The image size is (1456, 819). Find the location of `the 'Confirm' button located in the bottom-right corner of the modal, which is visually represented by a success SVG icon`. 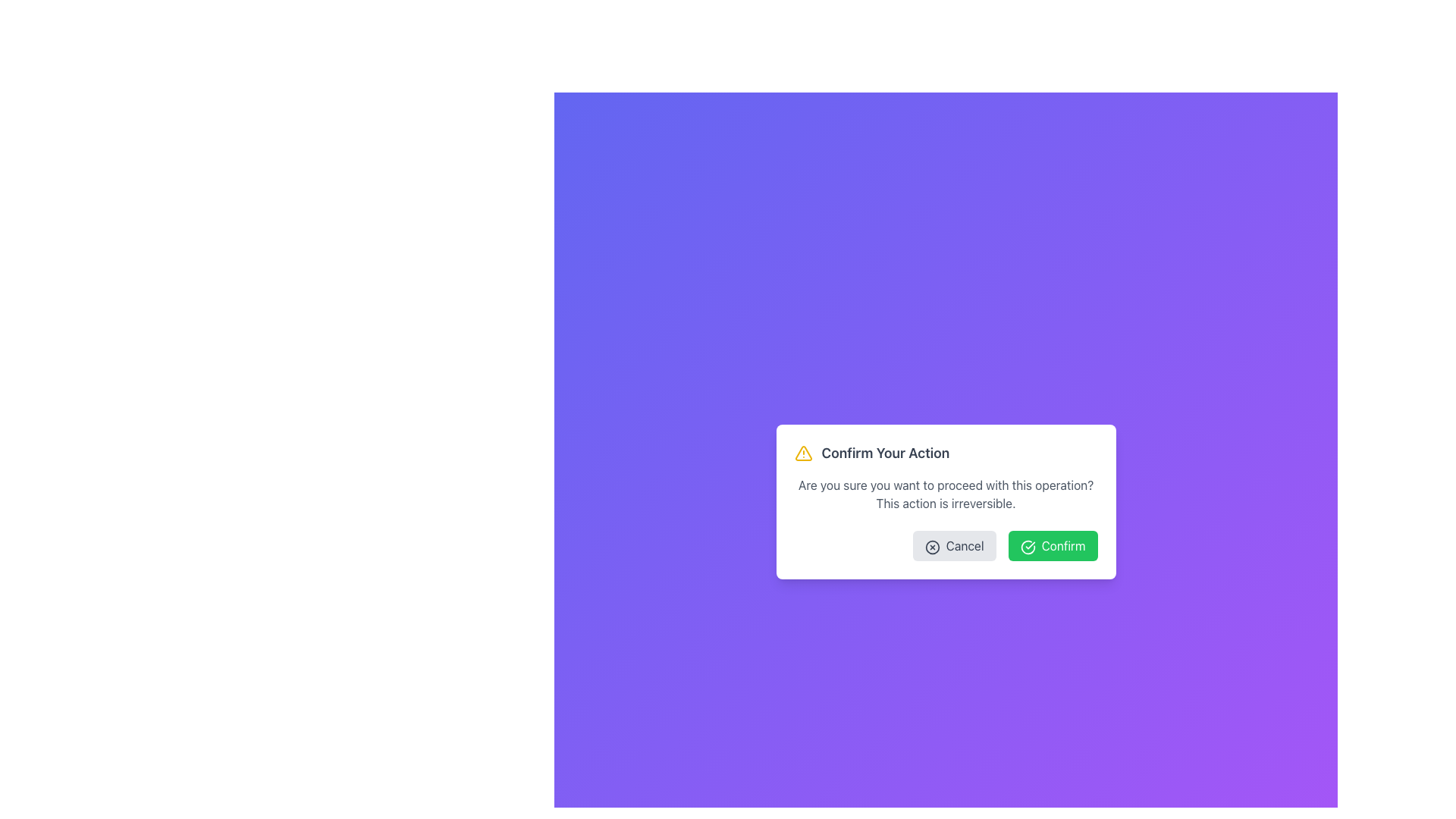

the 'Confirm' button located in the bottom-right corner of the modal, which is visually represented by a success SVG icon is located at coordinates (1028, 547).